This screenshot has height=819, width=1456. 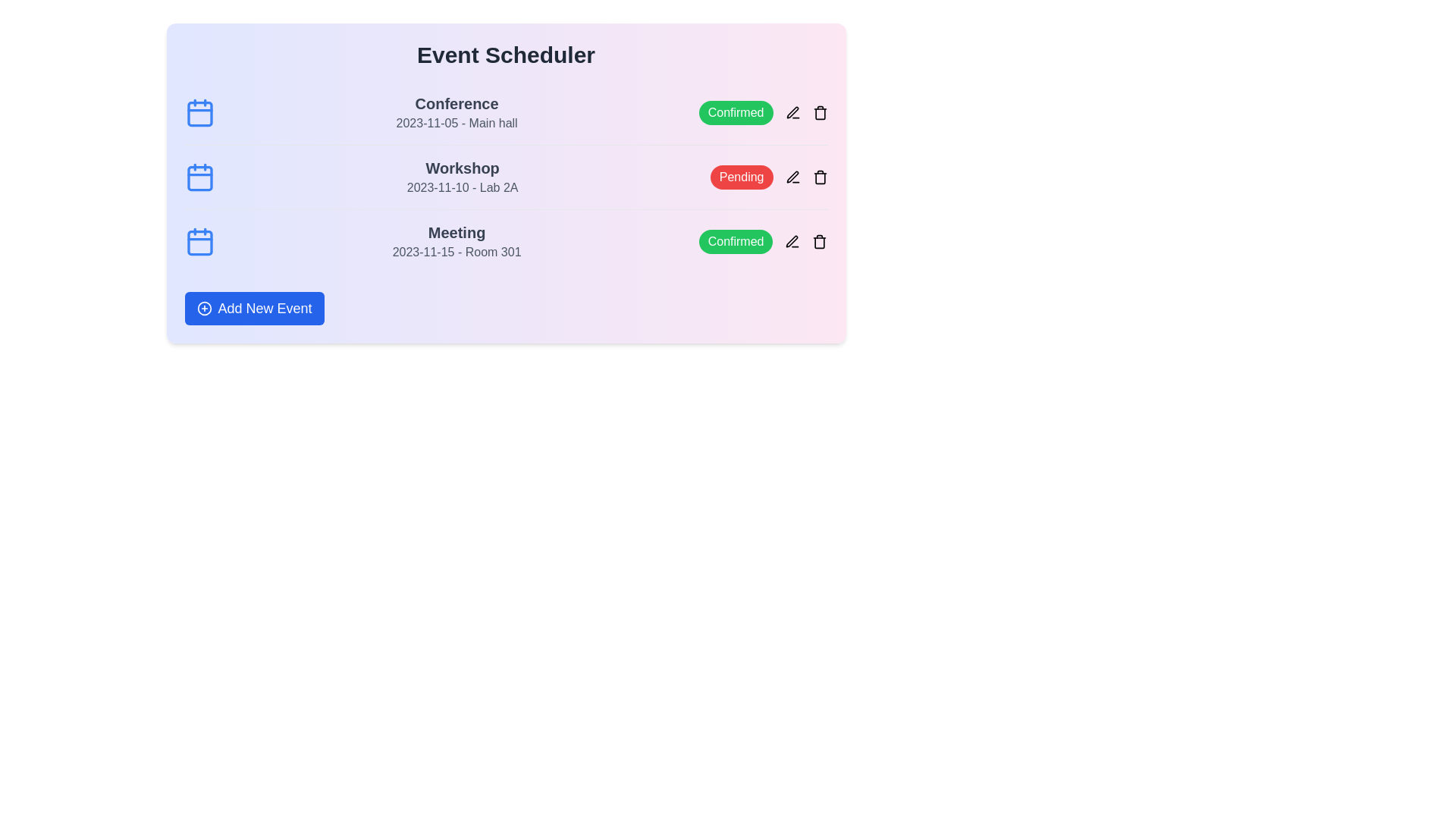 What do you see at coordinates (819, 241) in the screenshot?
I see `the trash bin icon button at the end of the 'Meeting' row` at bounding box center [819, 241].